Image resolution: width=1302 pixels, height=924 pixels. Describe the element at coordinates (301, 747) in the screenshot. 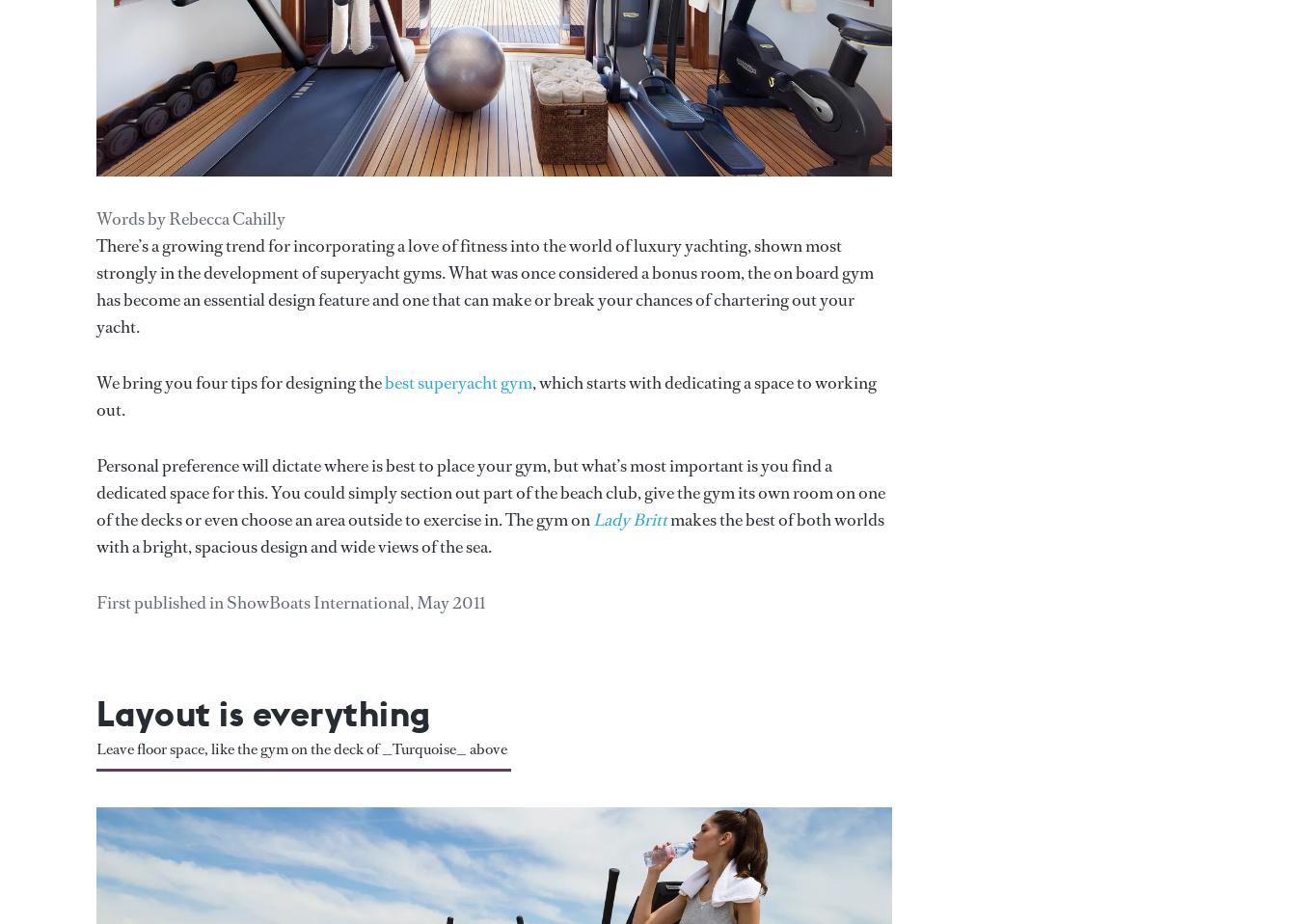

I see `'Leave floor space, like the gym on the deck of _Turquoise_ above'` at that location.